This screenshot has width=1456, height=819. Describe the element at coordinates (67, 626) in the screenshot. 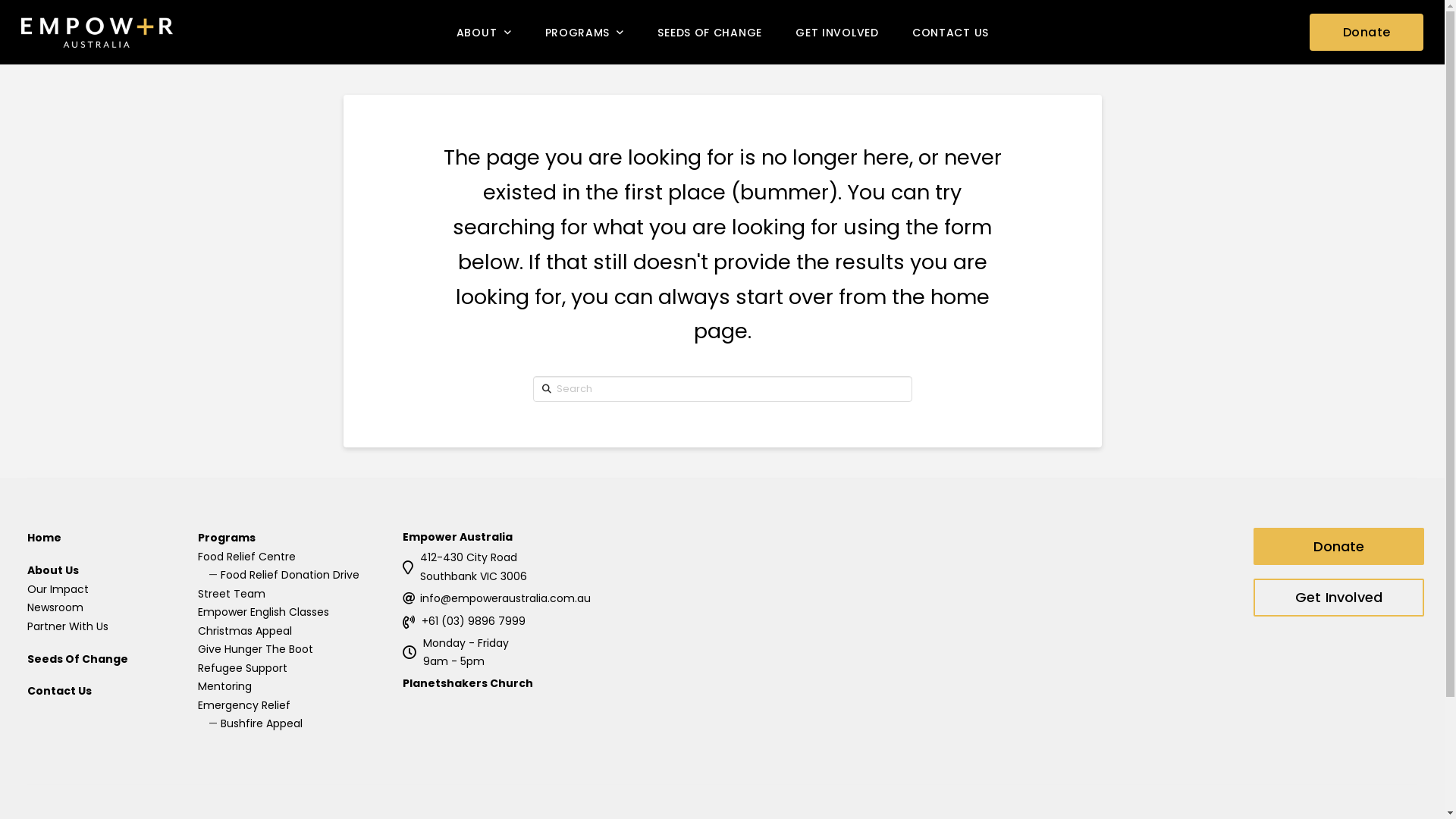

I see `'Partner With Us'` at that location.